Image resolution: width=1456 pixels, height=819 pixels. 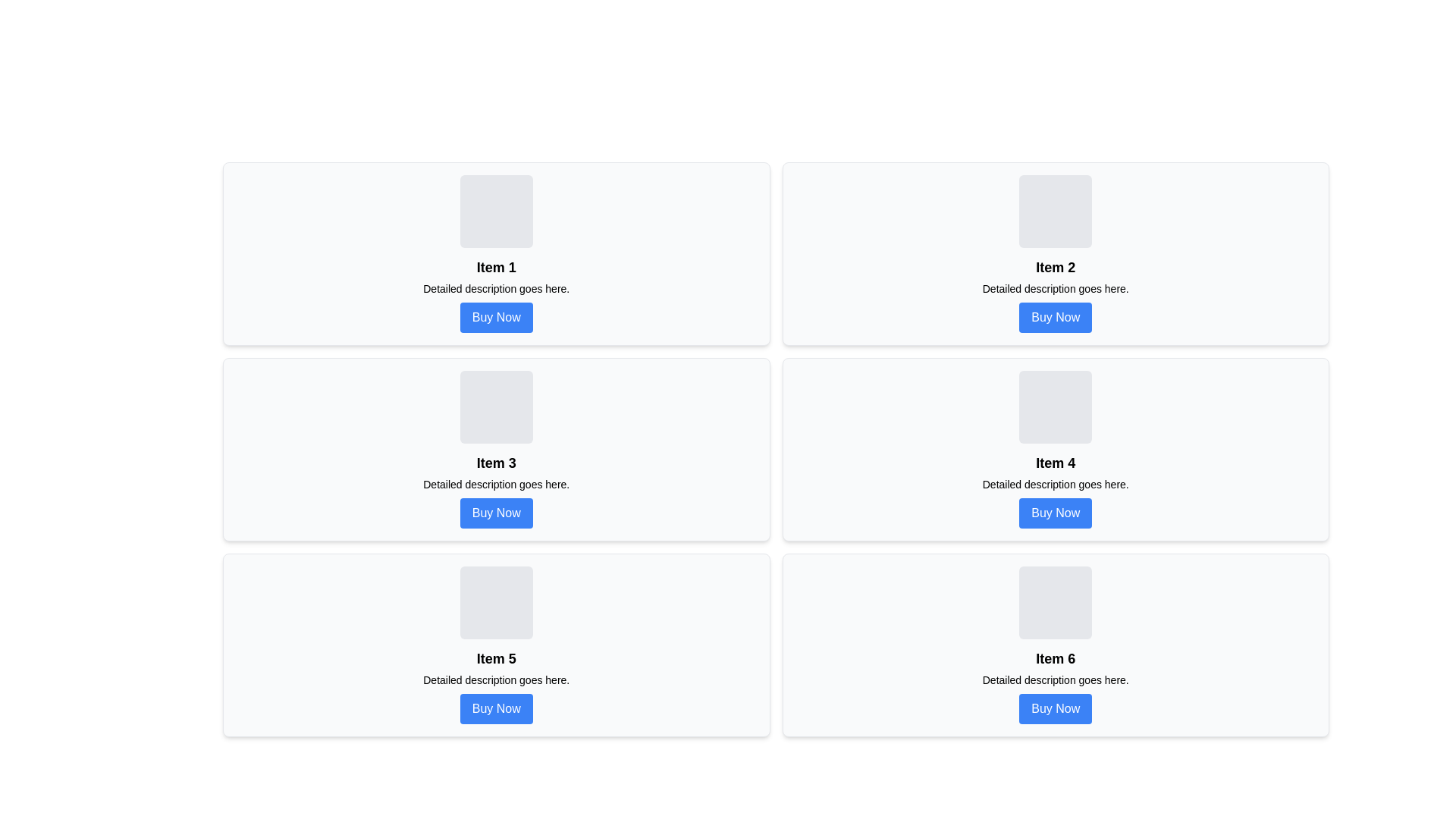 What do you see at coordinates (1055, 449) in the screenshot?
I see `the fourth product card in the grid layout` at bounding box center [1055, 449].